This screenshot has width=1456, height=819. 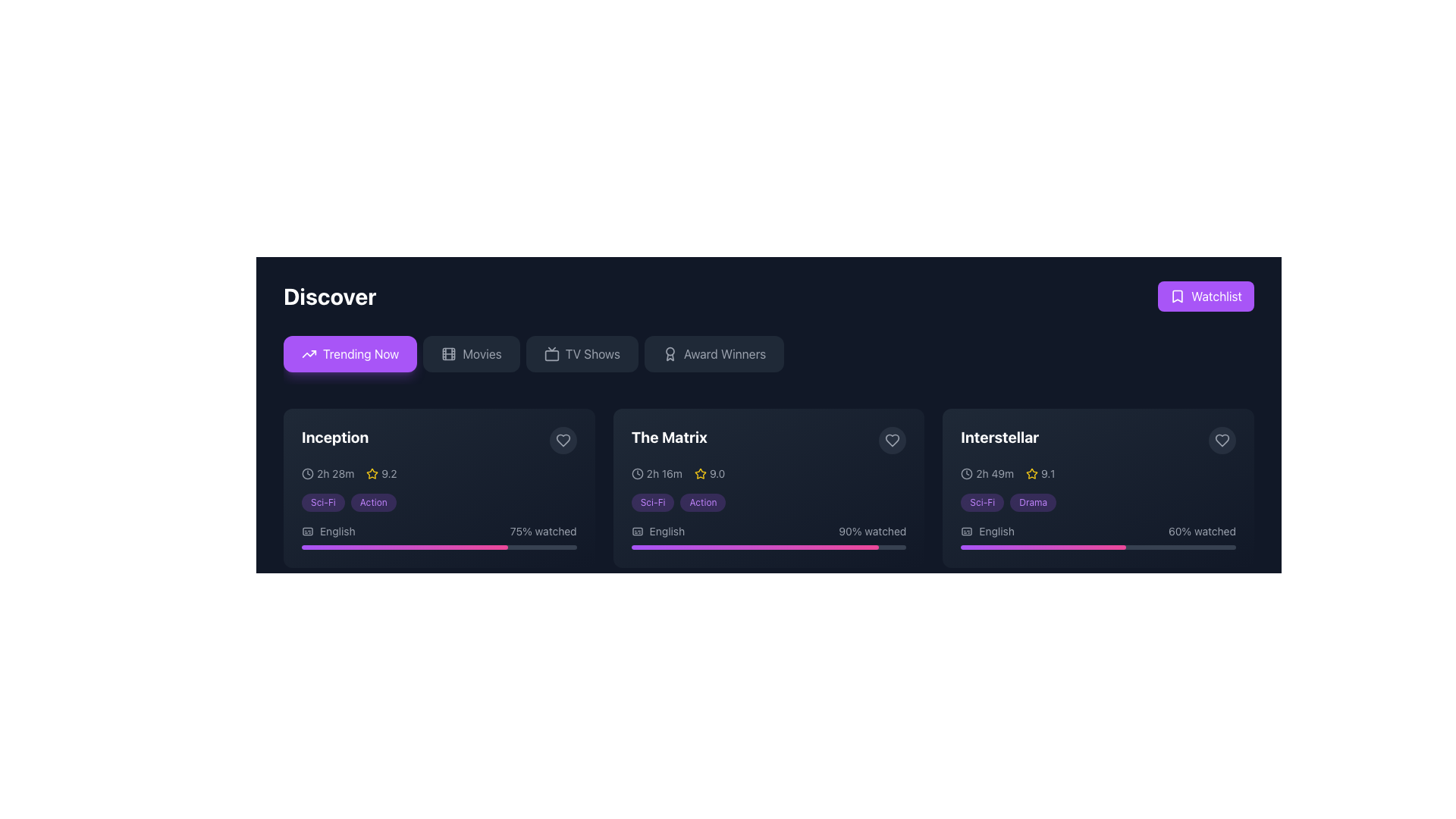 What do you see at coordinates (669, 351) in the screenshot?
I see `the decorative SVG graphic (circle) representing the 'Award Winners' section, located in the upper section of the interface` at bounding box center [669, 351].